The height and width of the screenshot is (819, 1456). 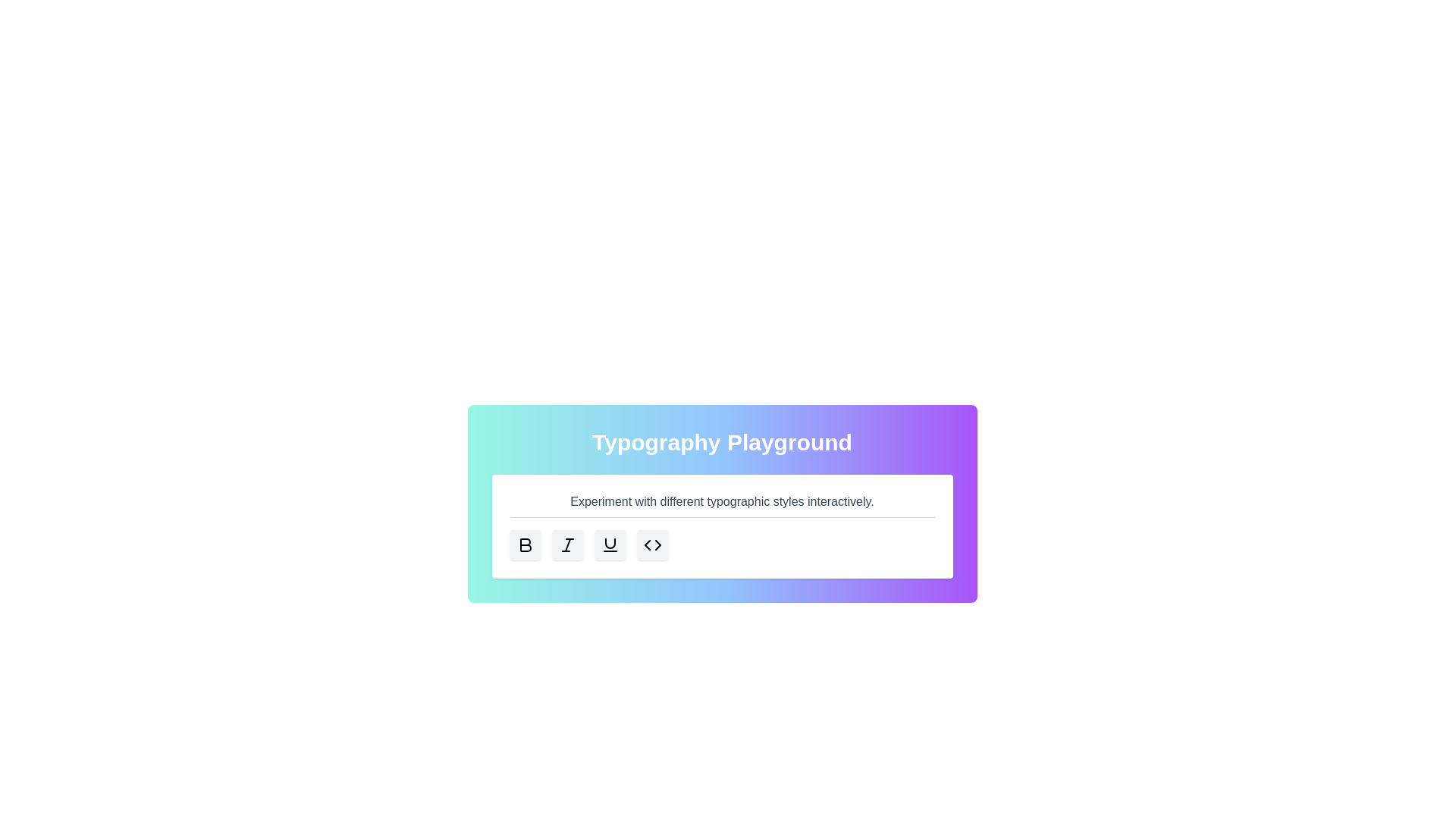 What do you see at coordinates (652, 544) in the screenshot?
I see `the outlined icon styled as a pair of angular brackets (< >) located as the fourth button in a row of icons beneath the 'Experiment with different typographic styles interactively' text` at bounding box center [652, 544].